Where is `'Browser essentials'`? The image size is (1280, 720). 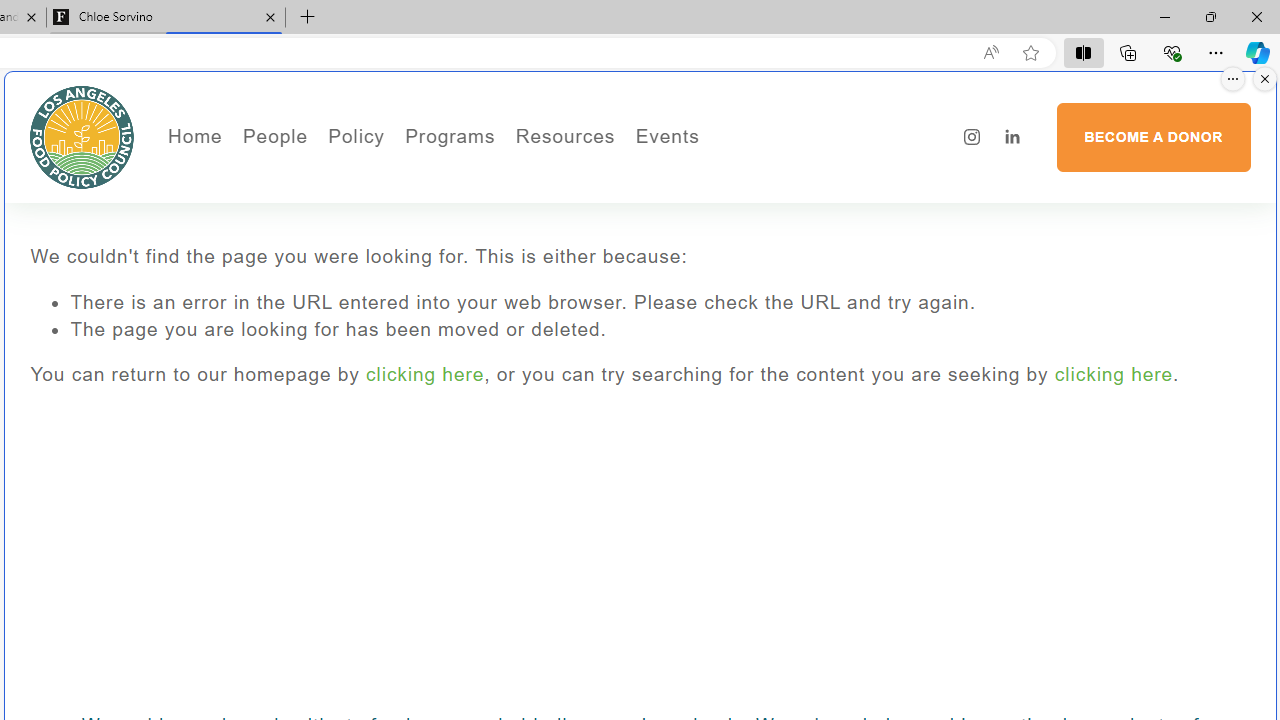 'Browser essentials' is located at coordinates (1171, 51).